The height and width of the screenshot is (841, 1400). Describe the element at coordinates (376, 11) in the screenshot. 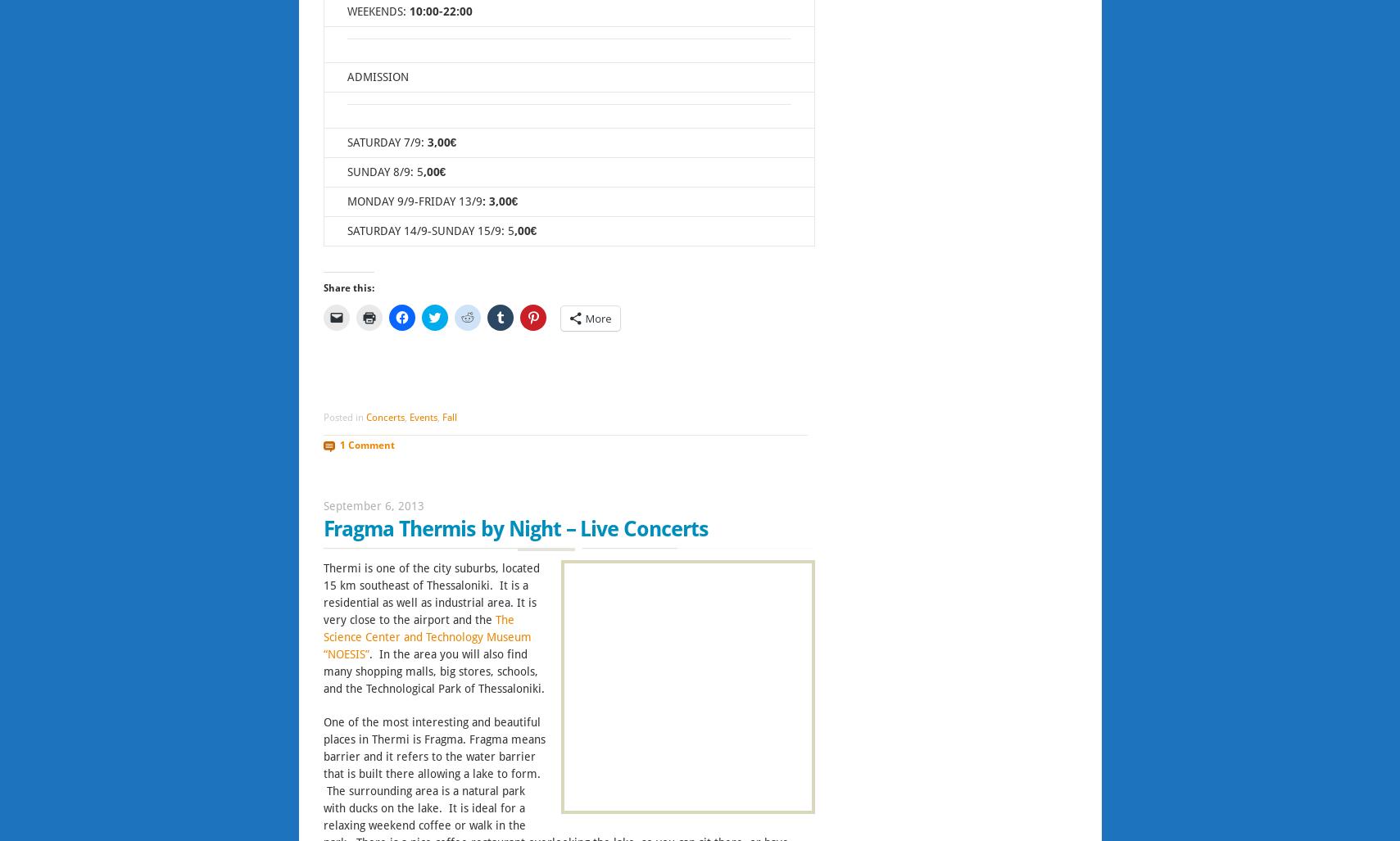

I see `'WEEKENDS:'` at that location.